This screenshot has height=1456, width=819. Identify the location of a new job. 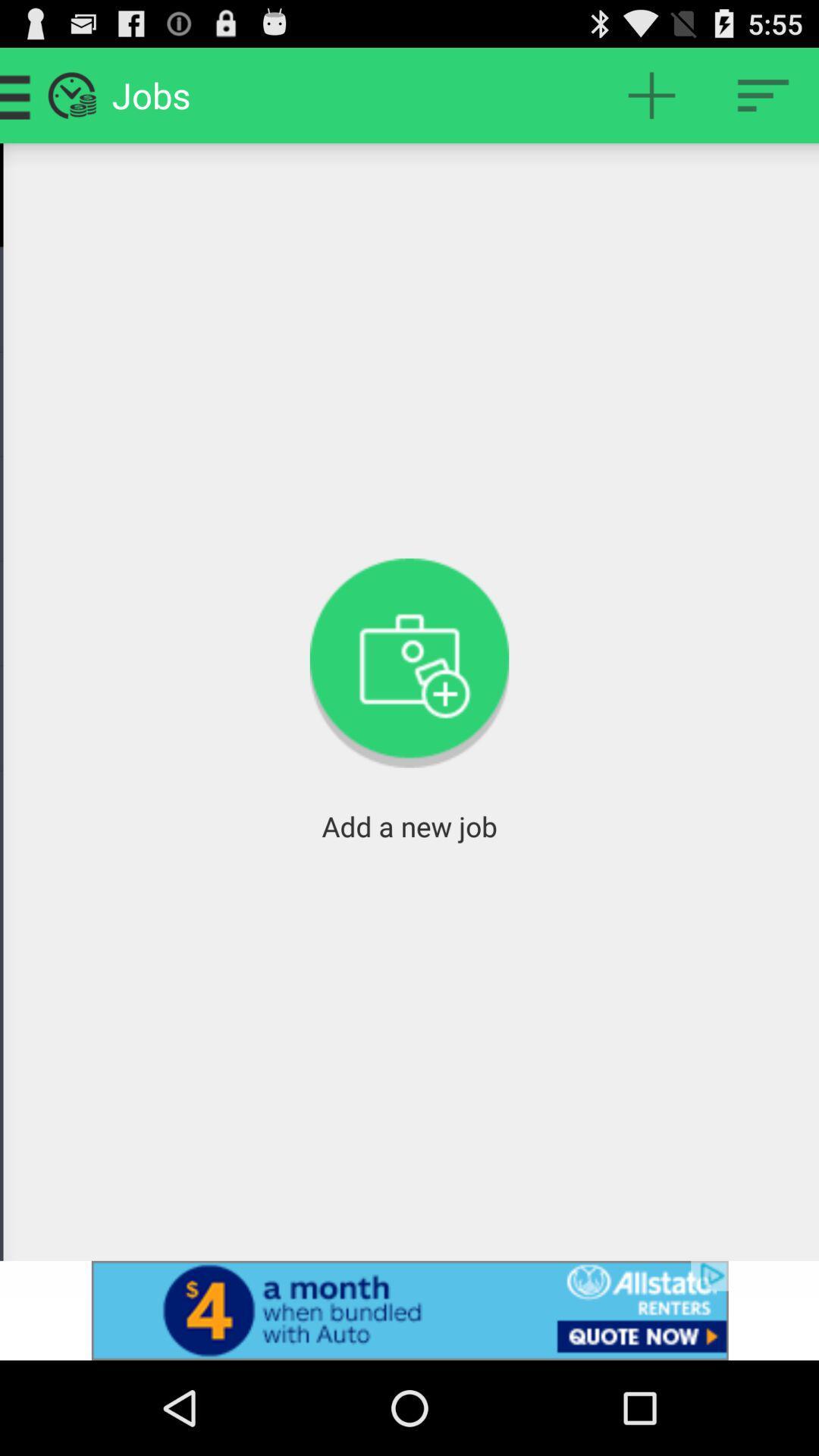
(651, 94).